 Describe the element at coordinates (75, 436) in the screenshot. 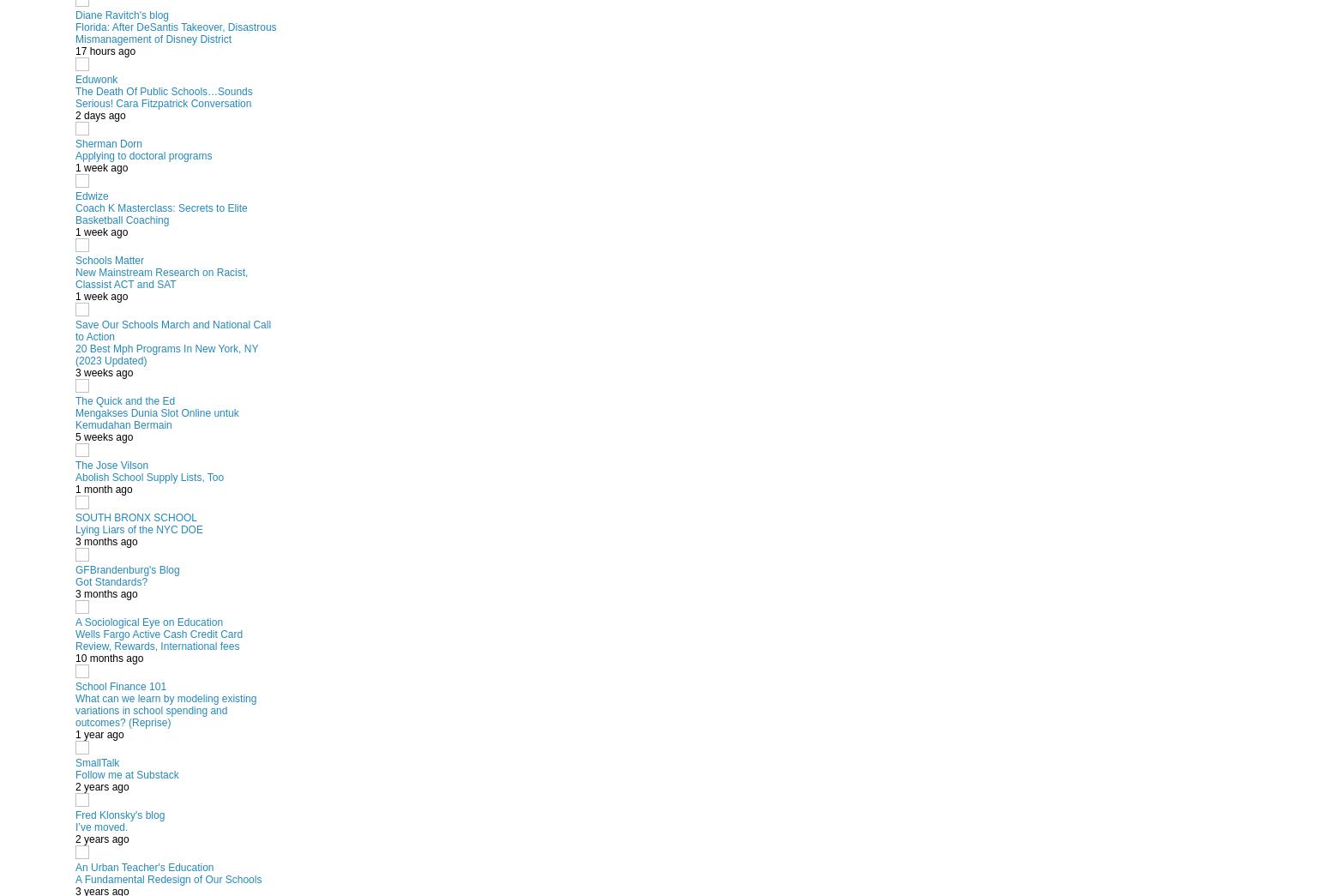

I see `'5 weeks ago'` at that location.